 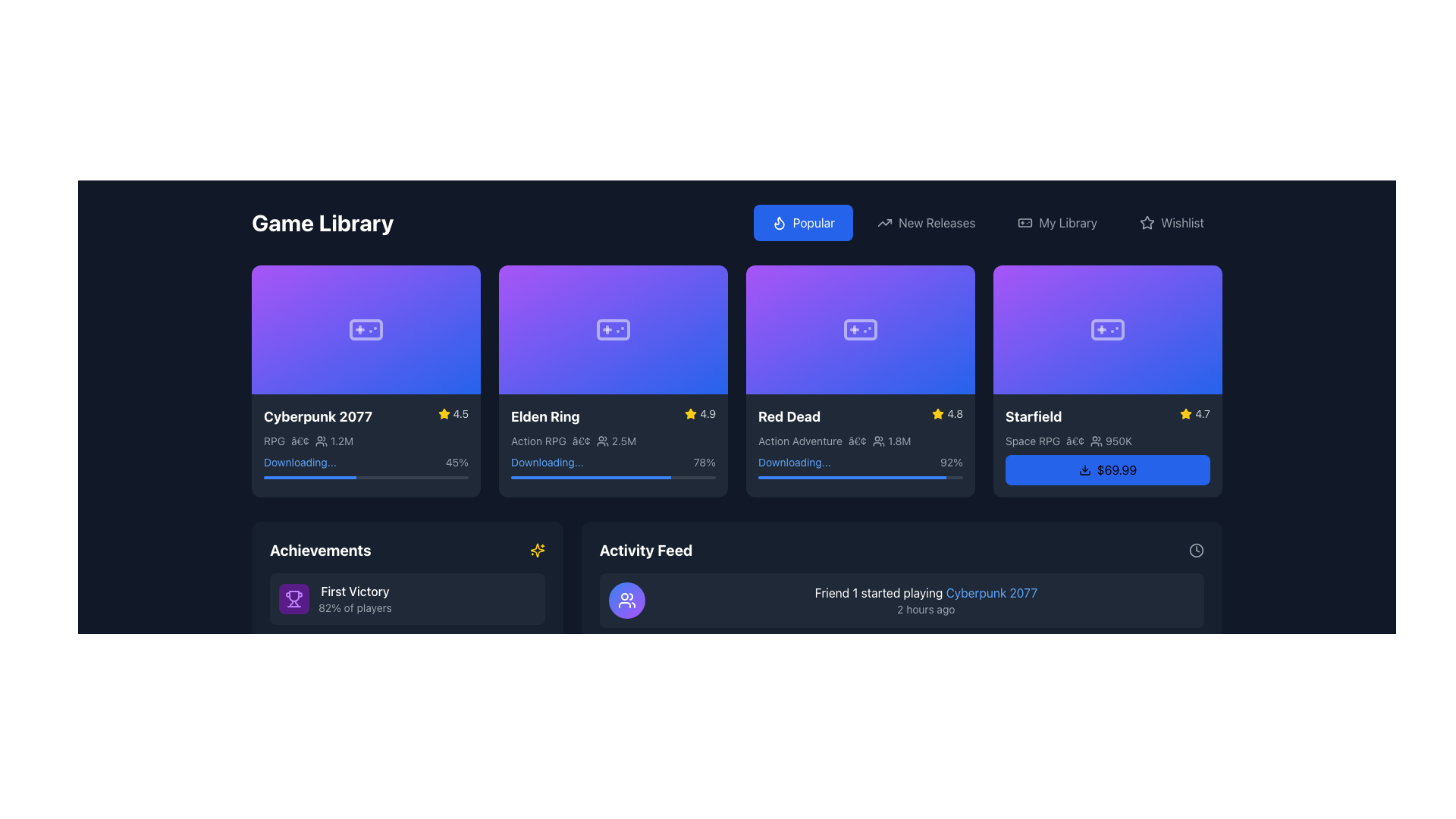 I want to click on the icon representing the human population count, which is located within the third card in a horizontal row, next to the text '1.8M', so click(x=879, y=441).